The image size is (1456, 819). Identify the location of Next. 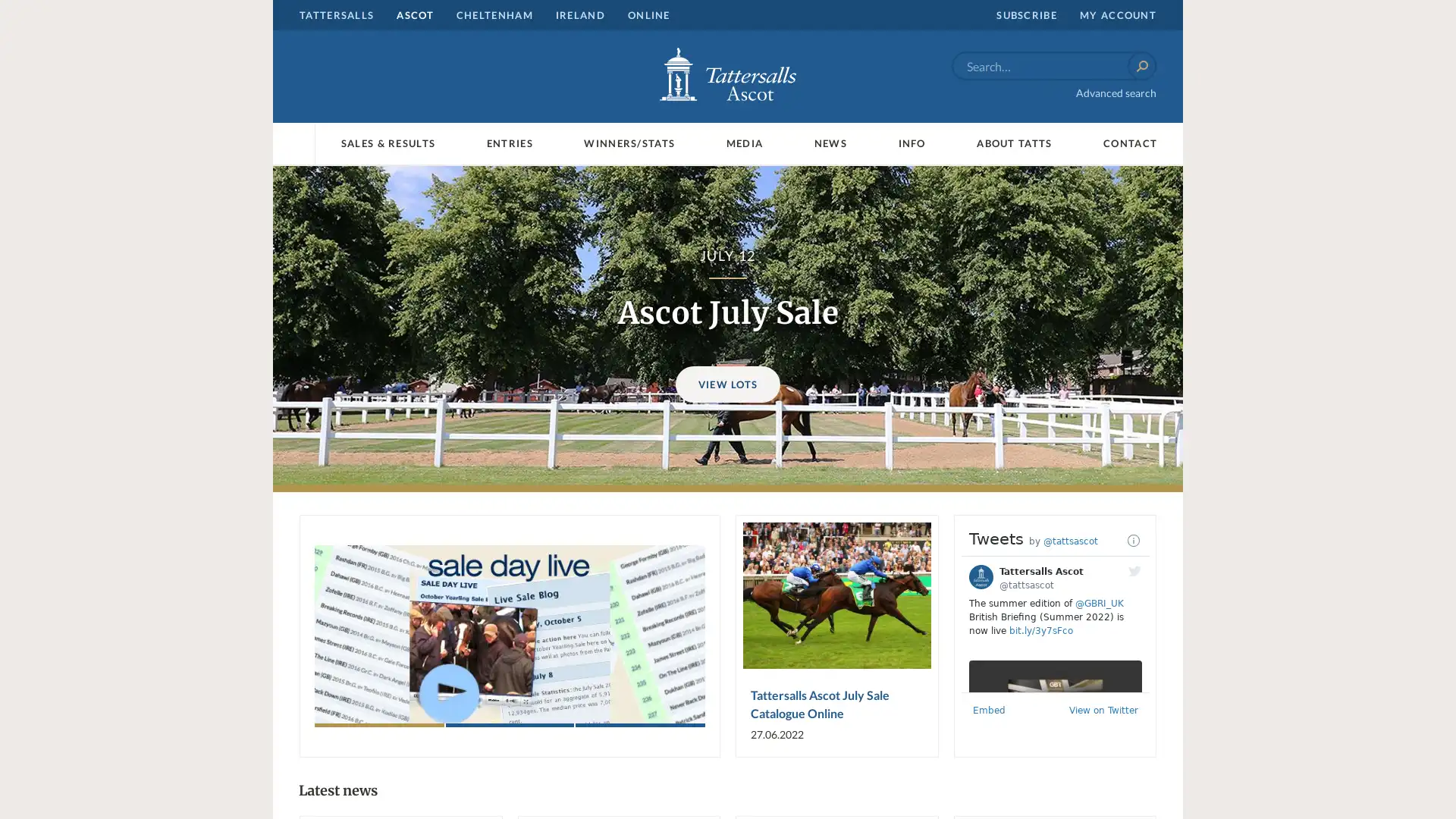
(1143, 328).